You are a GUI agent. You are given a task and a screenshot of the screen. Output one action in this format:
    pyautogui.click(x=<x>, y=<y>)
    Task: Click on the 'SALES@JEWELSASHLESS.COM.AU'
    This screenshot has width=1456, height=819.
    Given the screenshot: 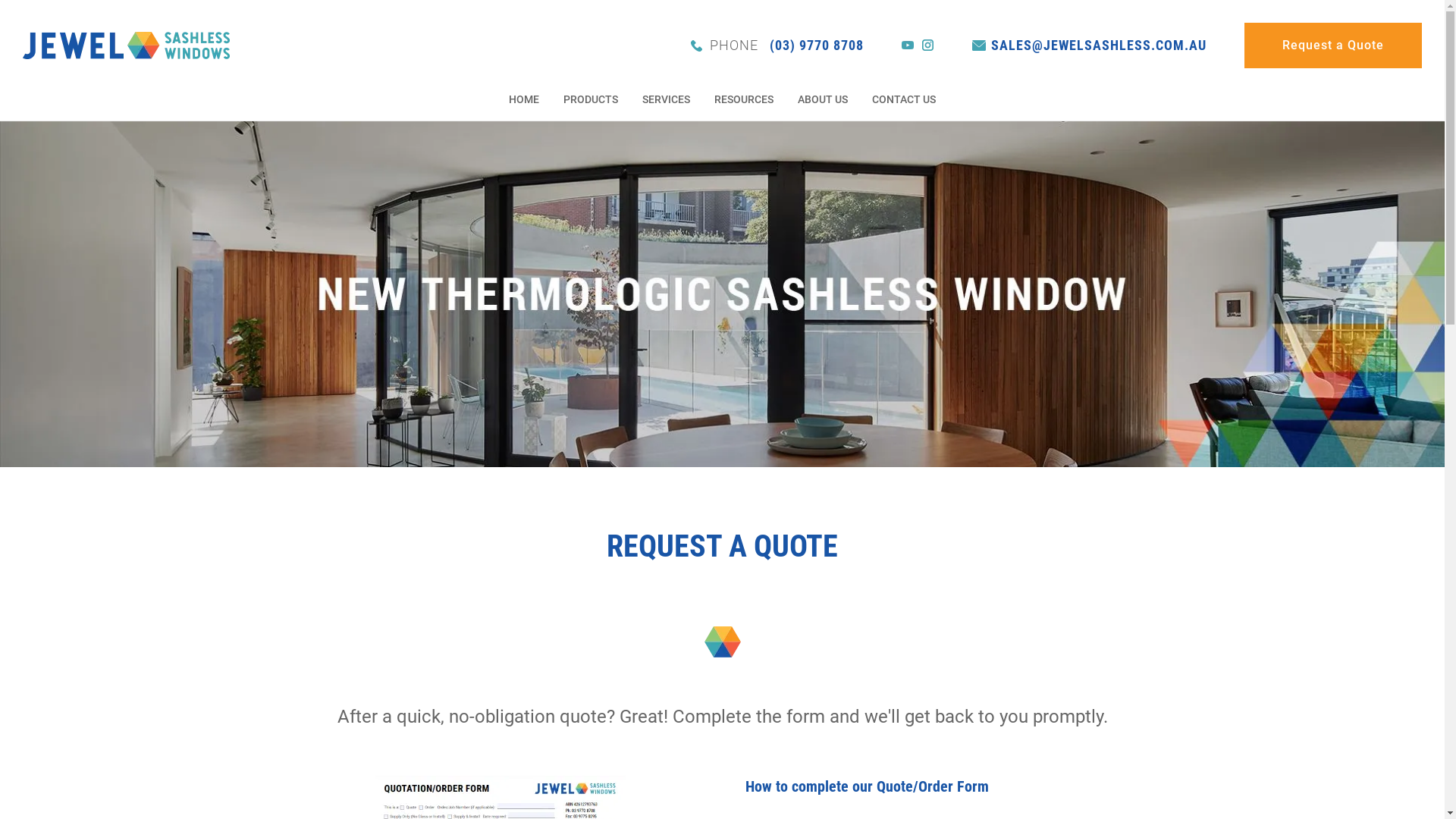 What is the action you would take?
    pyautogui.click(x=1088, y=45)
    